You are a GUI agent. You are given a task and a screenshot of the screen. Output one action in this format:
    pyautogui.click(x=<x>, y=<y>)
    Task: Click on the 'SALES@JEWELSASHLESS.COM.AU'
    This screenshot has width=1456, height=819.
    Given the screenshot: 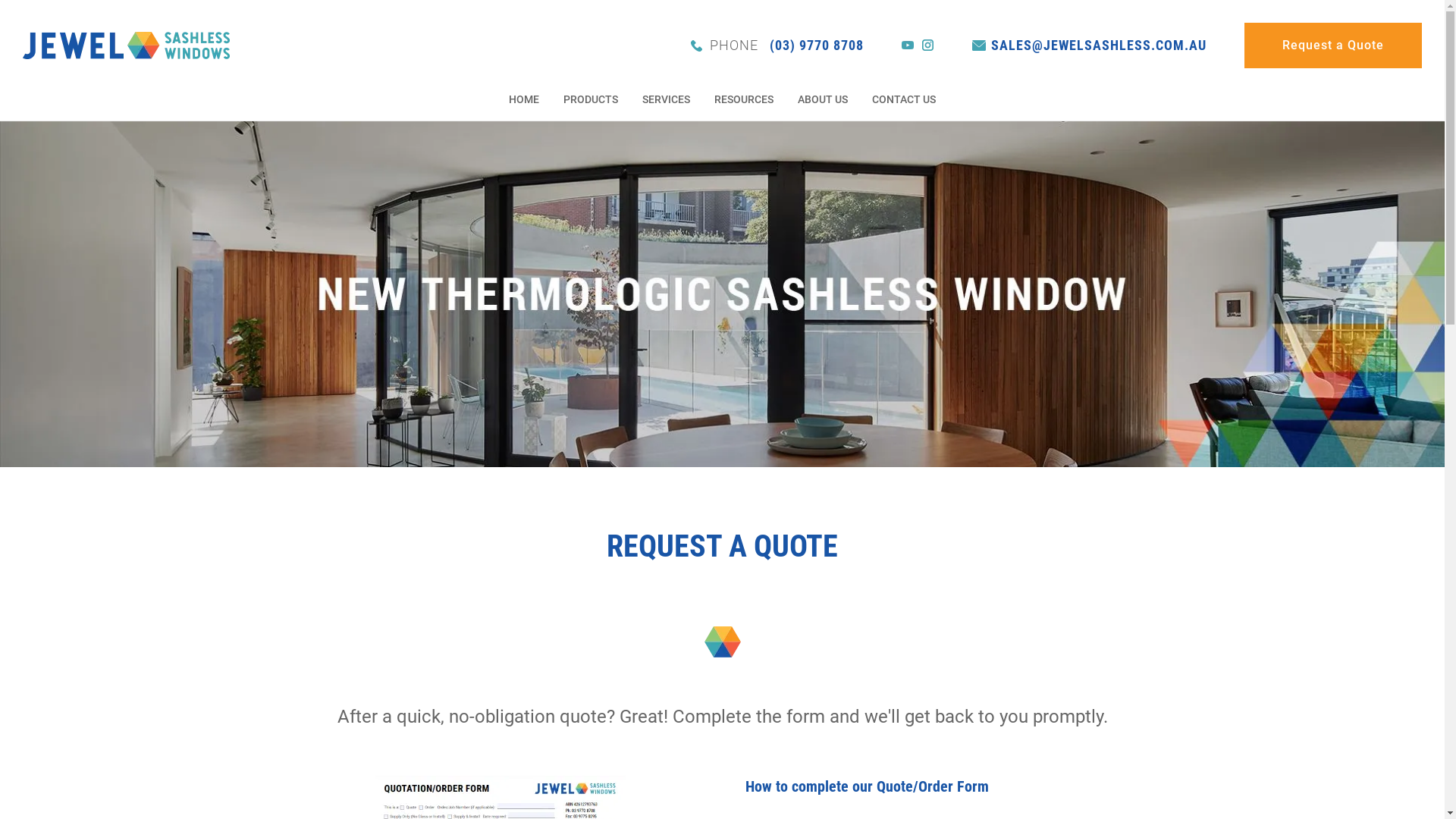 What is the action you would take?
    pyautogui.click(x=1088, y=45)
    